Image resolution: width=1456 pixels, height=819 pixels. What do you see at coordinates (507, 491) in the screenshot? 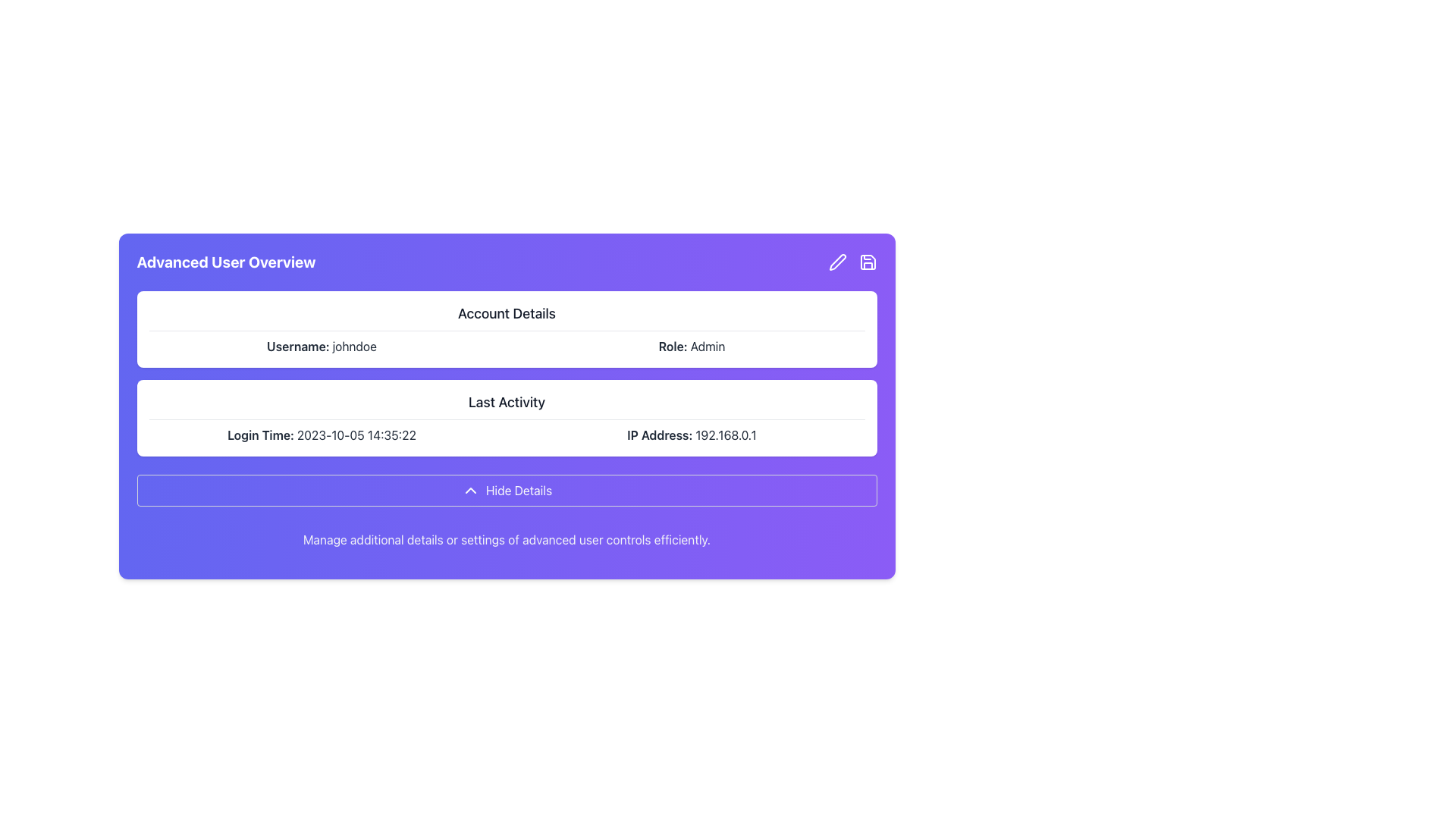
I see `the 'Hide Details' button with a purple gradient background and an upward arrow icon to hide the details` at bounding box center [507, 491].